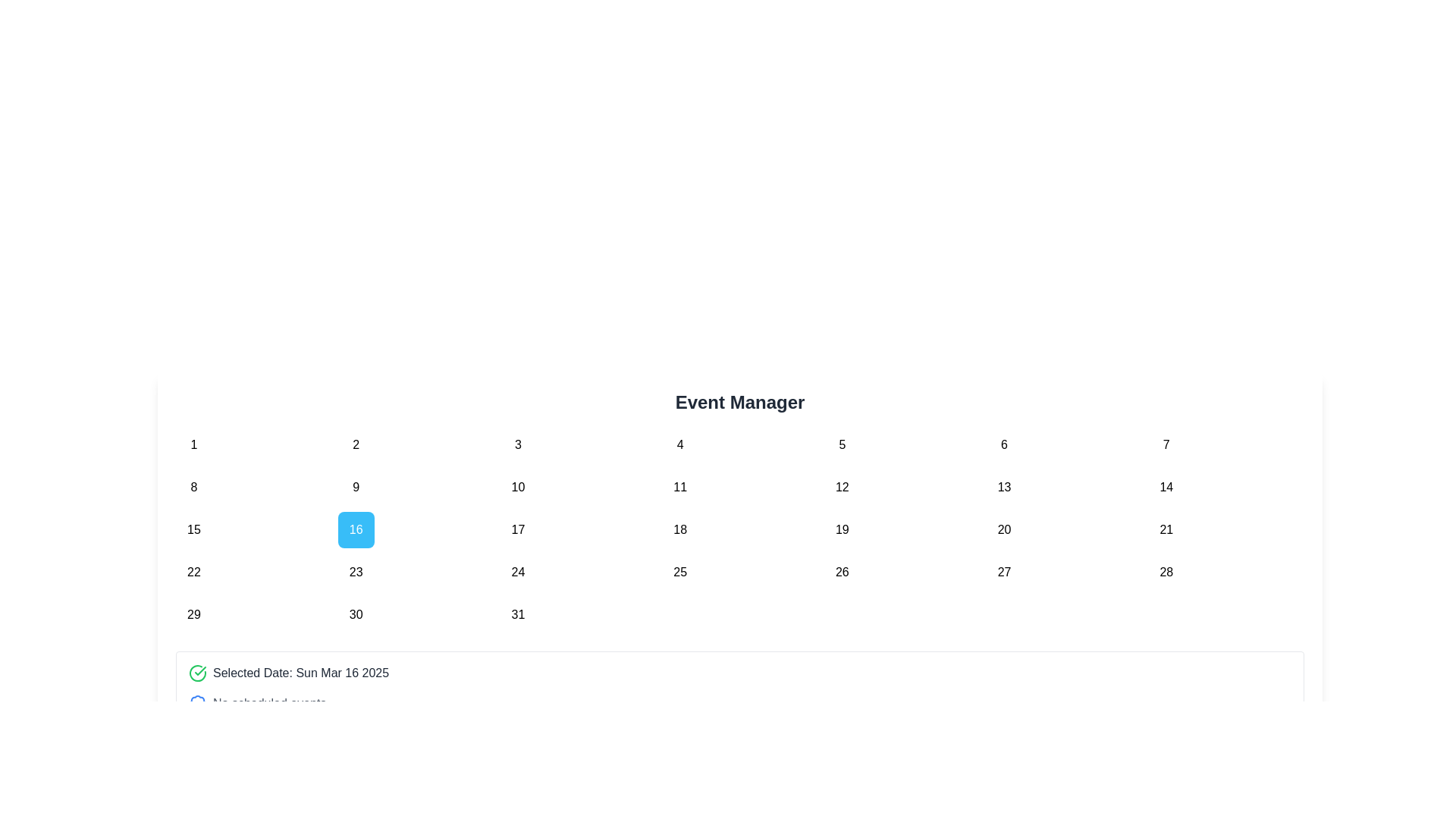 The image size is (1456, 819). I want to click on the selectable date button located in the fifth row and second column of the calendar grid, positioned between the numbers '22' and '24', so click(355, 573).